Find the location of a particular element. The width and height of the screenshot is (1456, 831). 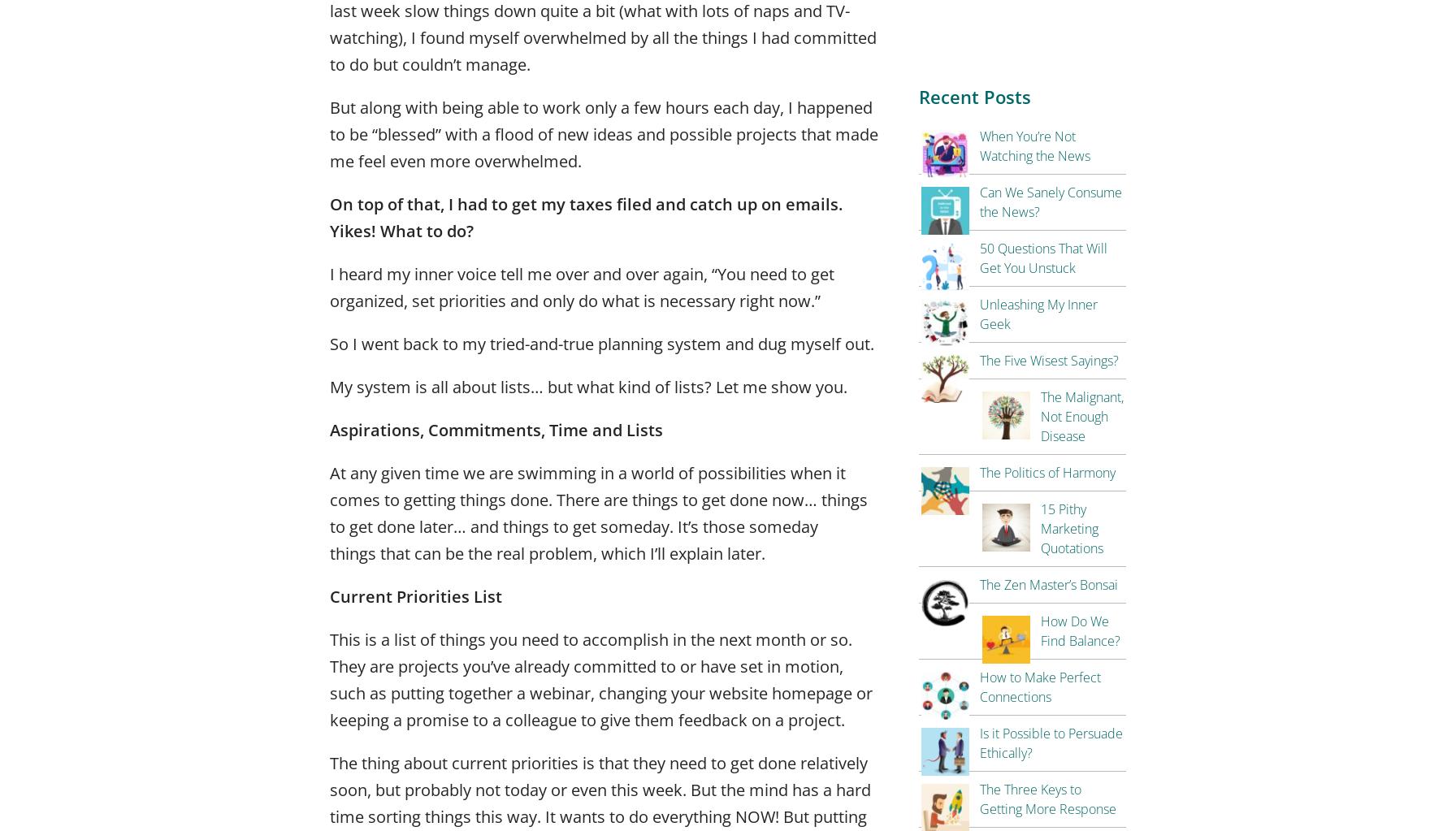

'15 Pithy Marketing Quotations' is located at coordinates (1072, 529).